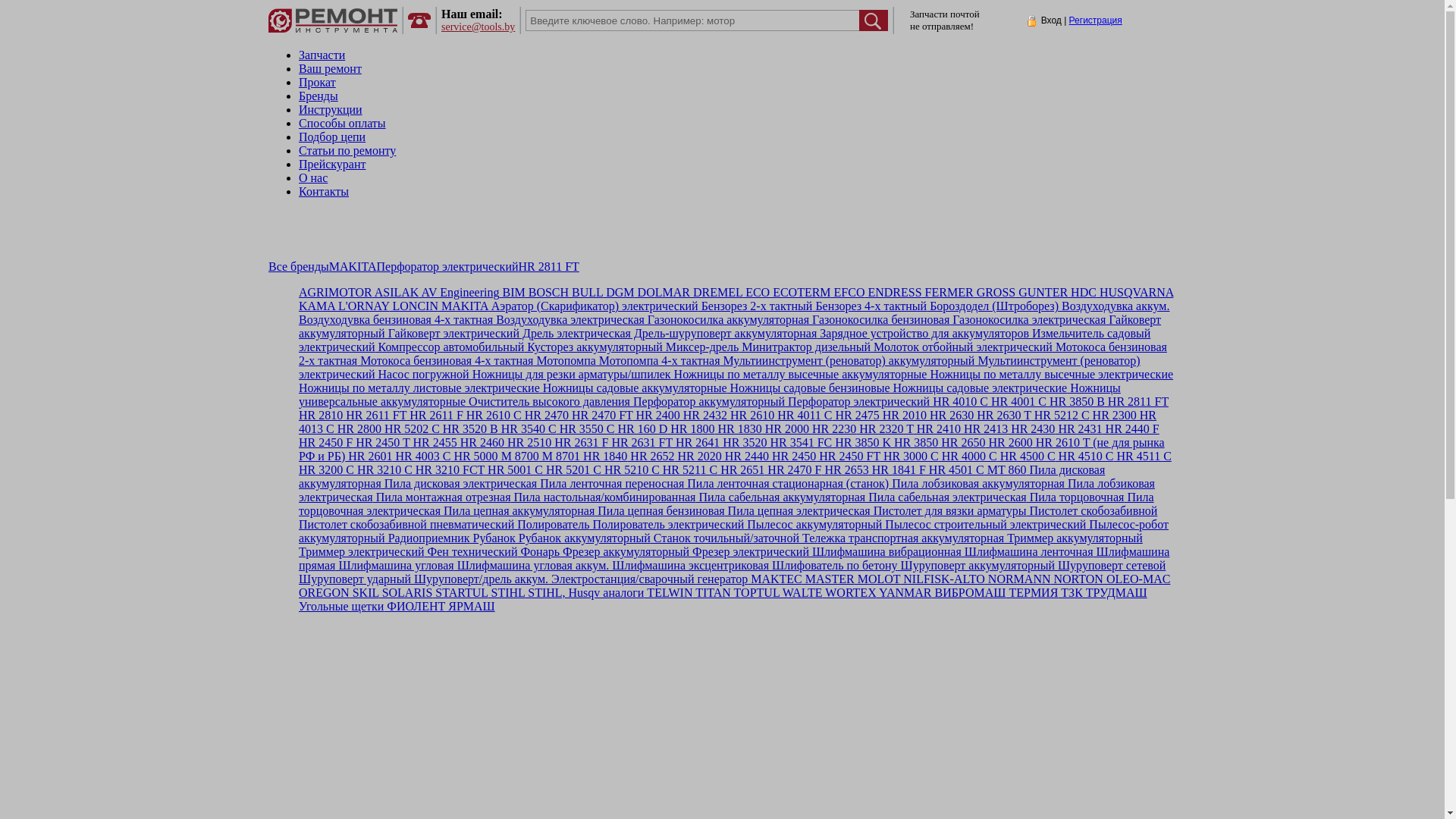 The height and width of the screenshot is (819, 1456). I want to click on 'HR 3541 FC', so click(799, 442).